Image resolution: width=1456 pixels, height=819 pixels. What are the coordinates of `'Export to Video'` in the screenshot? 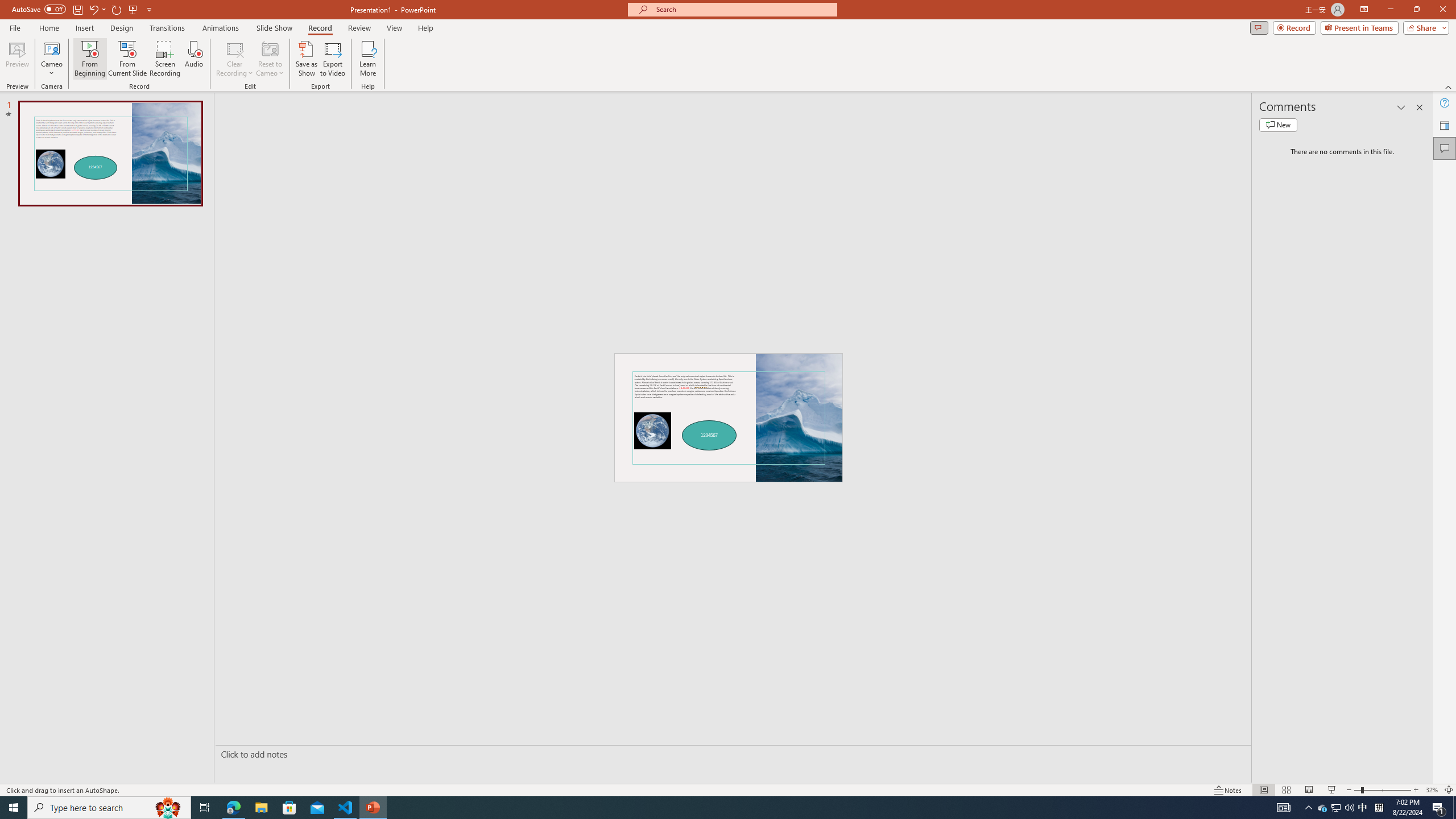 It's located at (332, 59).